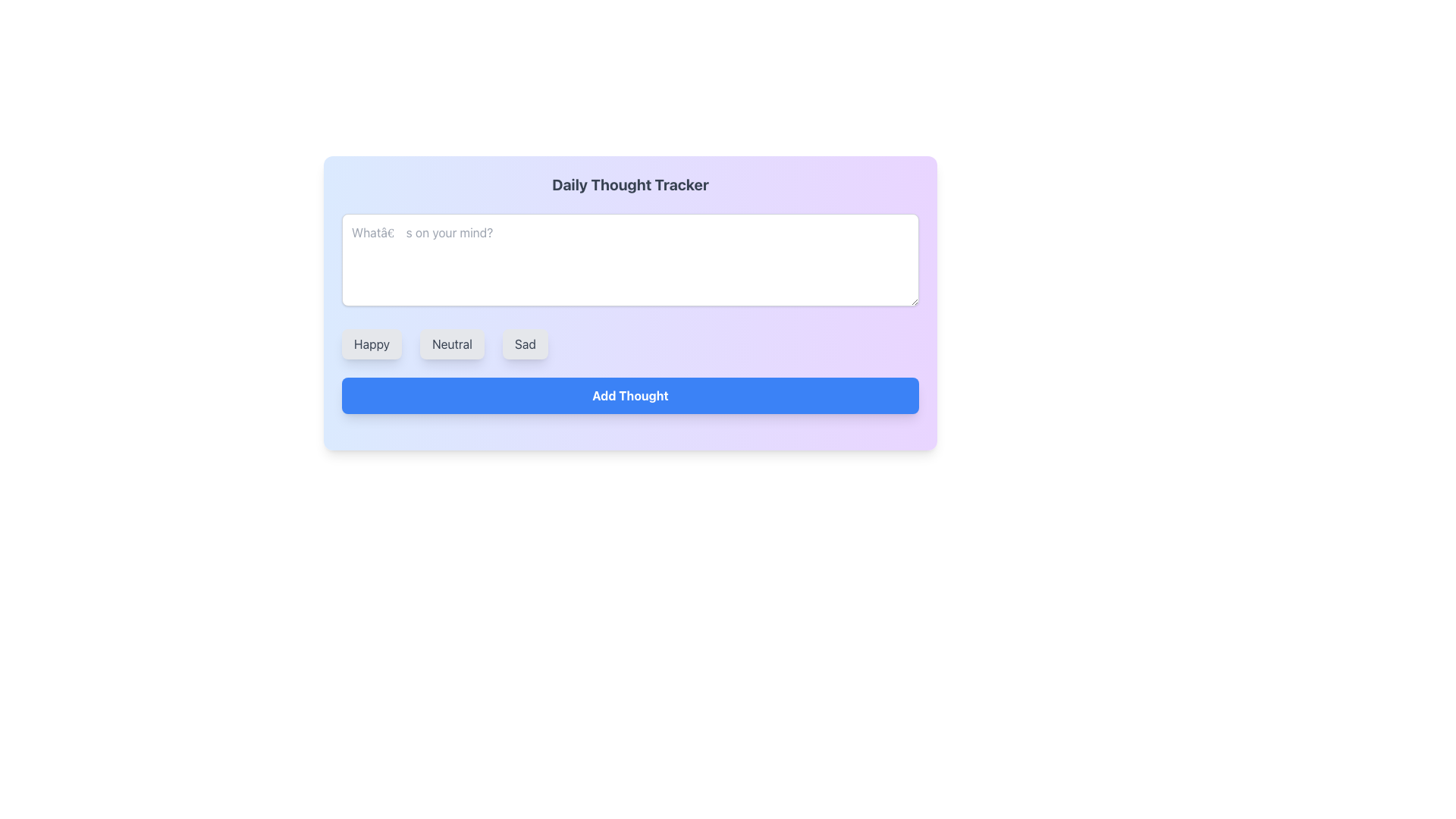  What do you see at coordinates (372, 344) in the screenshot?
I see `the 'Happy' button located directly below the 'What's on your mind?' input textbox` at bounding box center [372, 344].